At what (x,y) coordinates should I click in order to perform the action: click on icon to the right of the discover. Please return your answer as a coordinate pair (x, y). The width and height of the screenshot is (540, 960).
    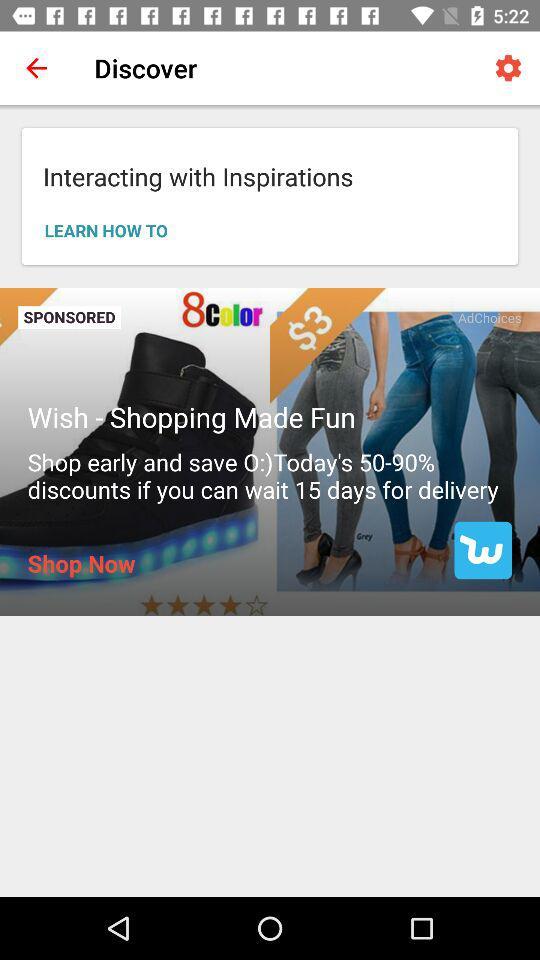
    Looking at the image, I should click on (508, 68).